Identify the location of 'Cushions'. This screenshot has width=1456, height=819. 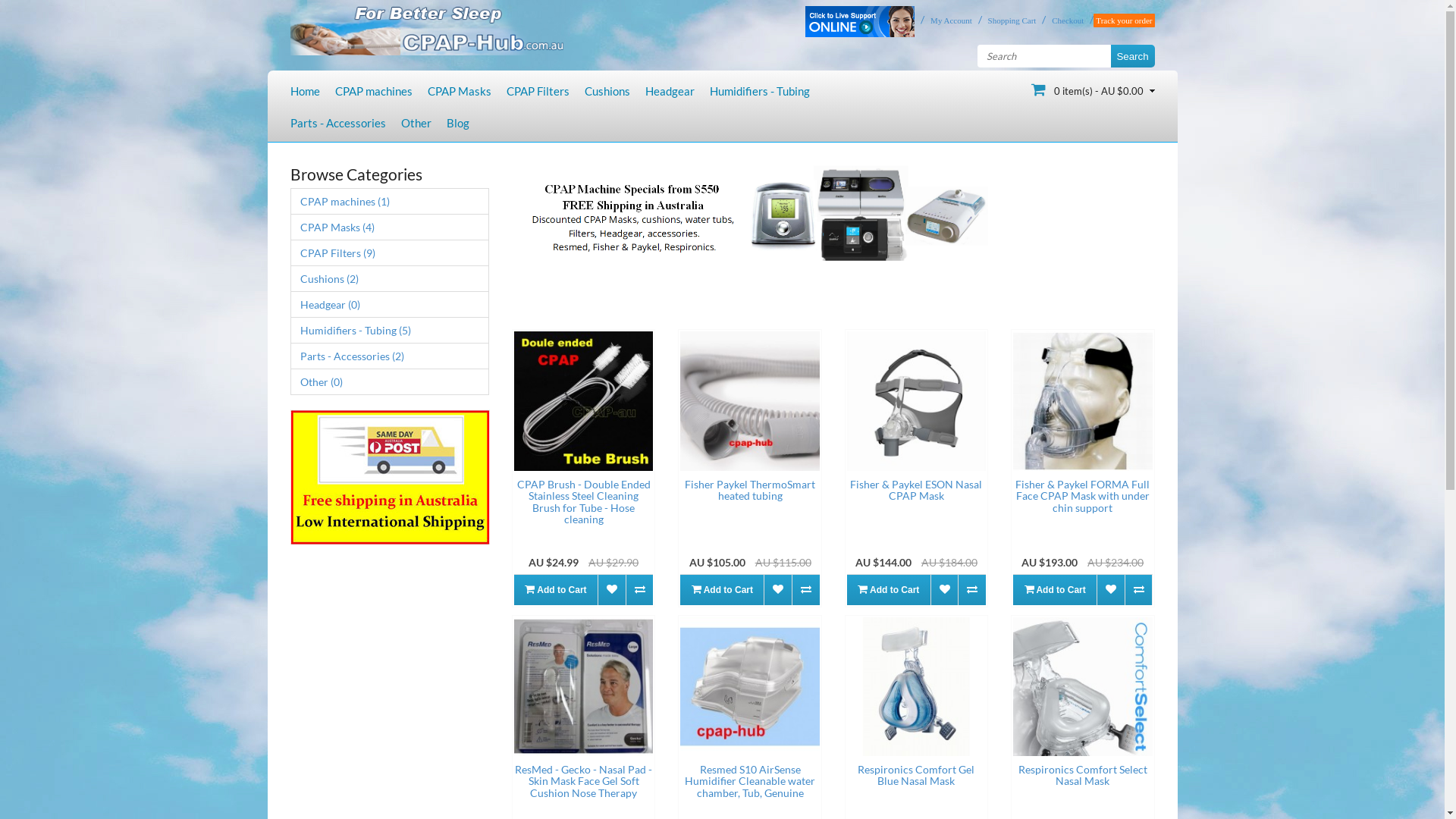
(607, 90).